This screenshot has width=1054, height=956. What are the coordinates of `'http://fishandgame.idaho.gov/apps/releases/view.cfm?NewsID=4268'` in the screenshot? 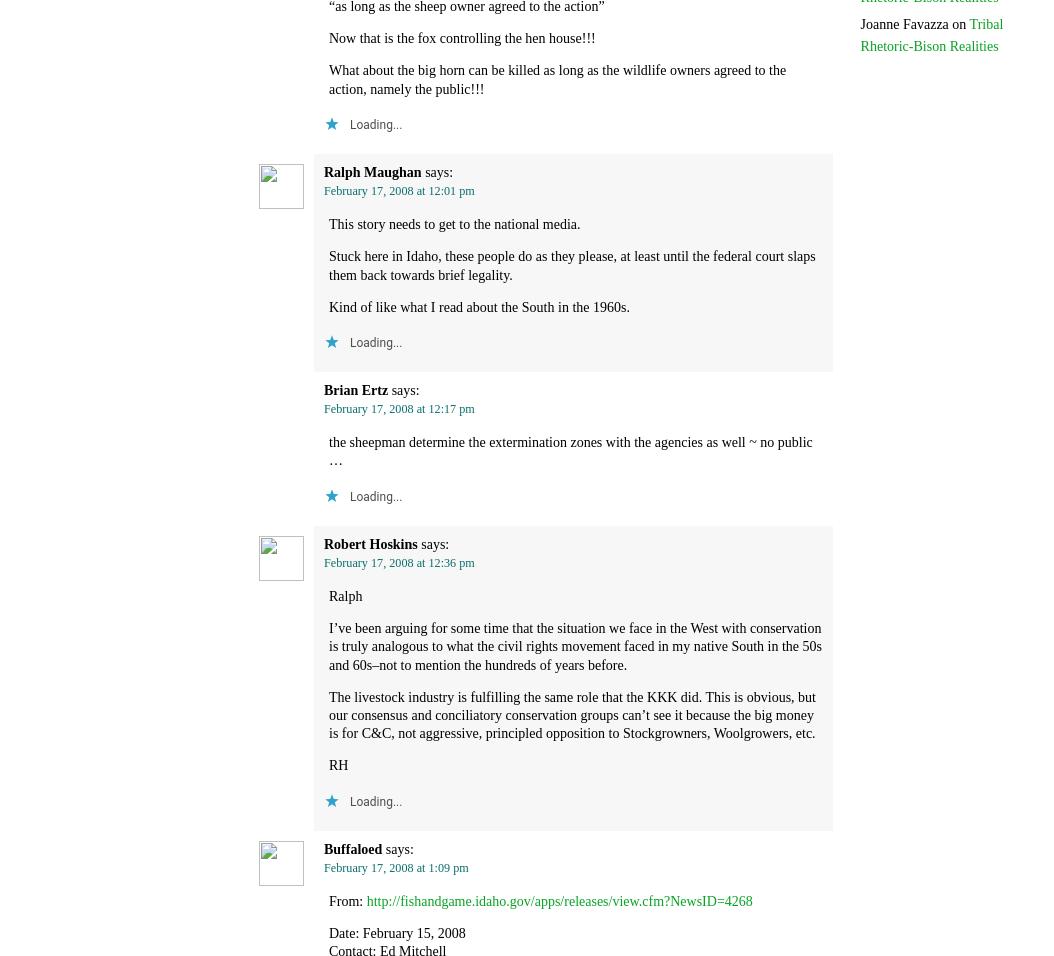 It's located at (559, 900).